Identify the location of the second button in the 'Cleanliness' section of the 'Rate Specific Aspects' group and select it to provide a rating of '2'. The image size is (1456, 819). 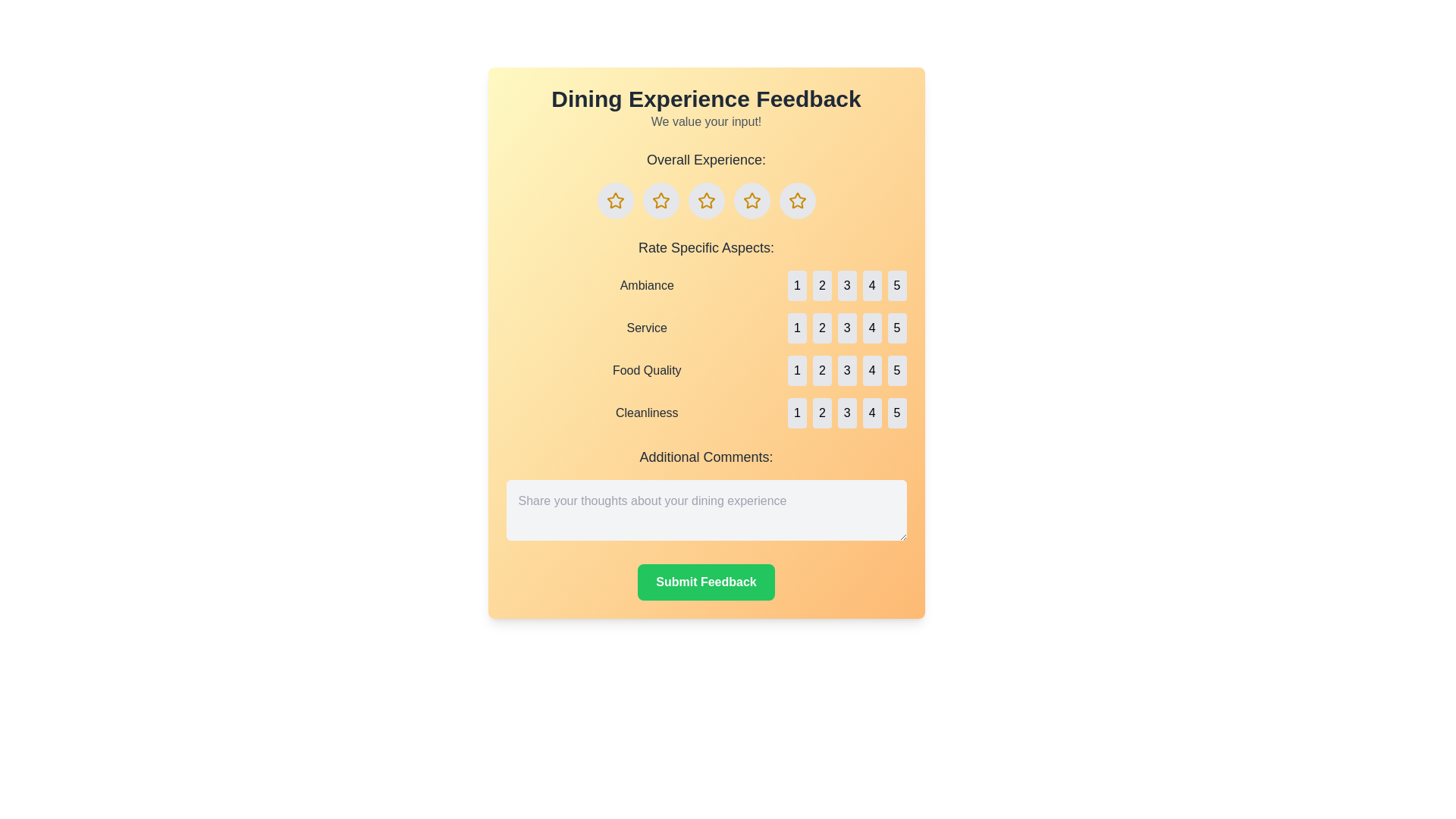
(821, 413).